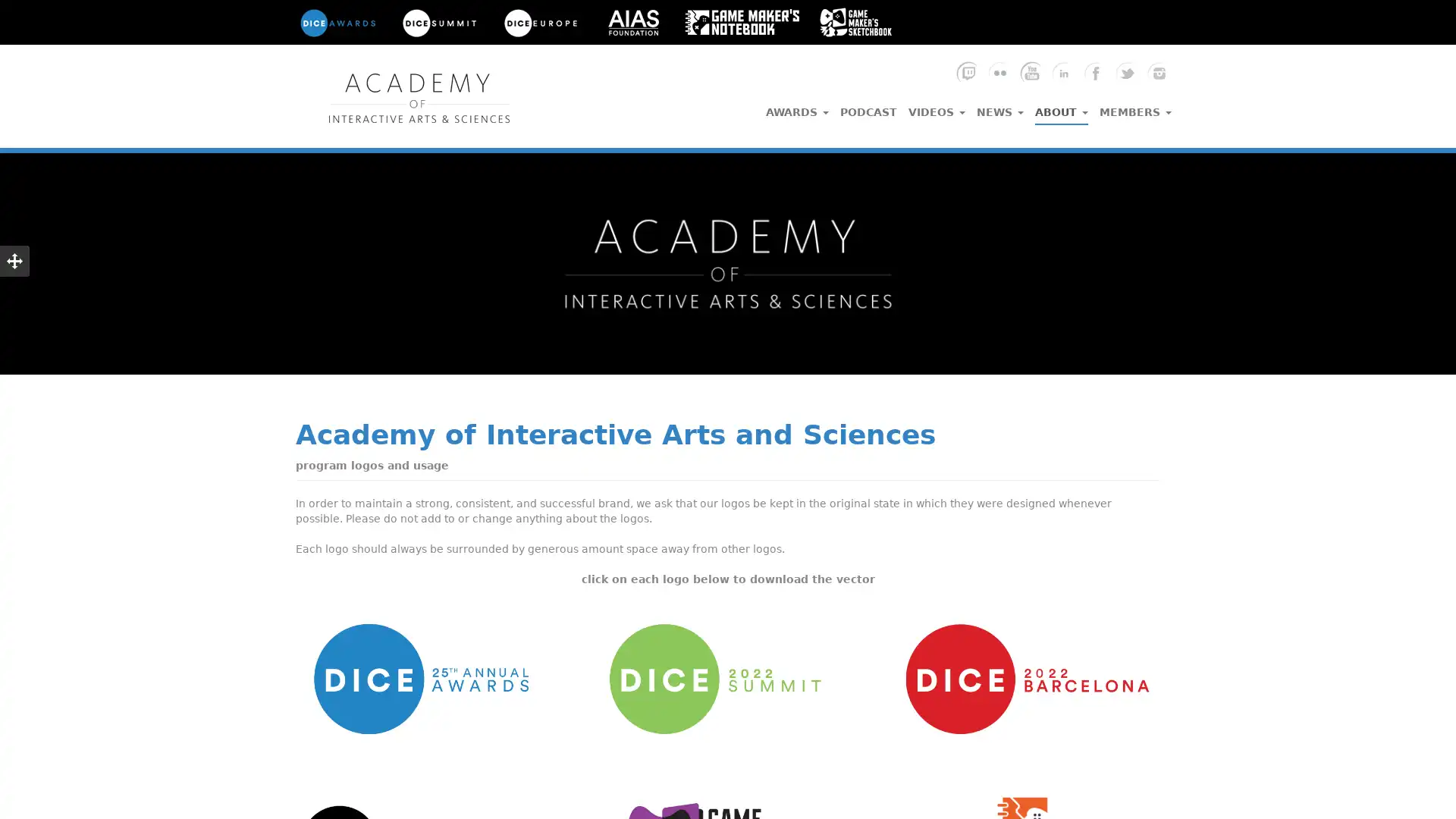 The image size is (1456, 819). What do you see at coordinates (796, 107) in the screenshot?
I see `AWARDS` at bounding box center [796, 107].